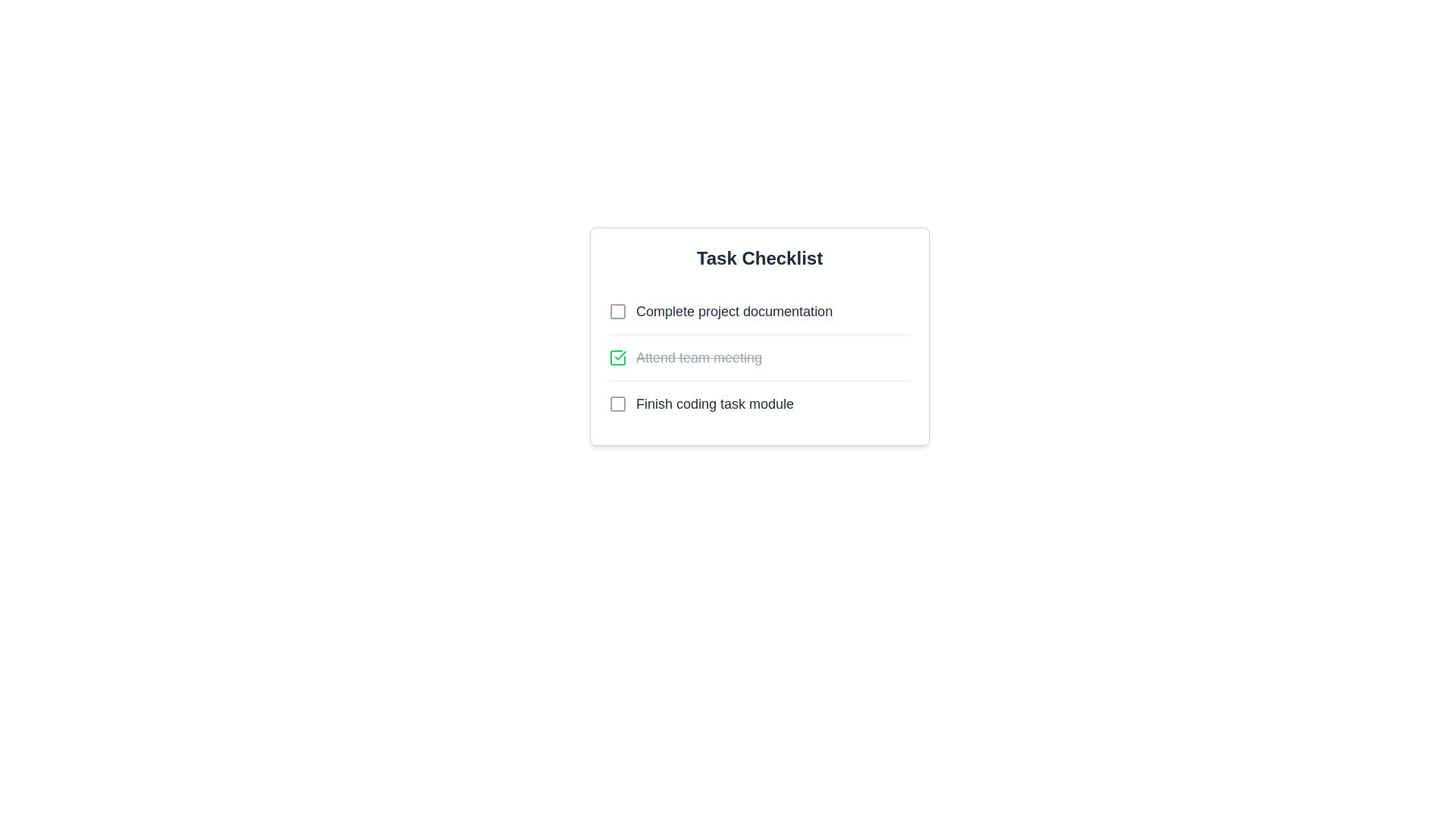 The image size is (1456, 819). I want to click on the task item labeled 'Finish coding task module', so click(701, 403).